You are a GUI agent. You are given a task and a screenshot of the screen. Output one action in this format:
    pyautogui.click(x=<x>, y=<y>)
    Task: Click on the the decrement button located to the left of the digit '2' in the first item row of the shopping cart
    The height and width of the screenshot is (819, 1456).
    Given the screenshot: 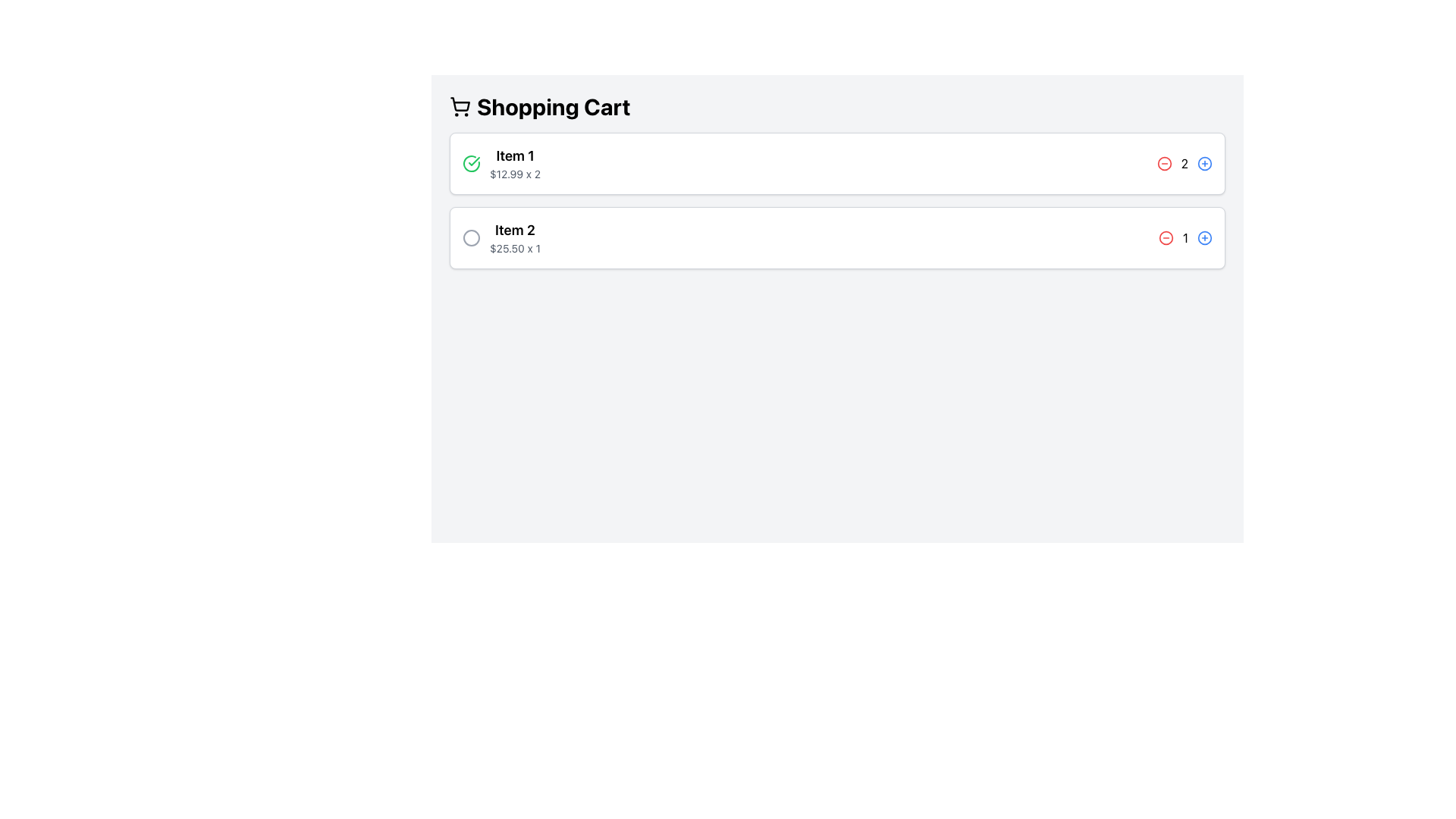 What is the action you would take?
    pyautogui.click(x=1163, y=164)
    